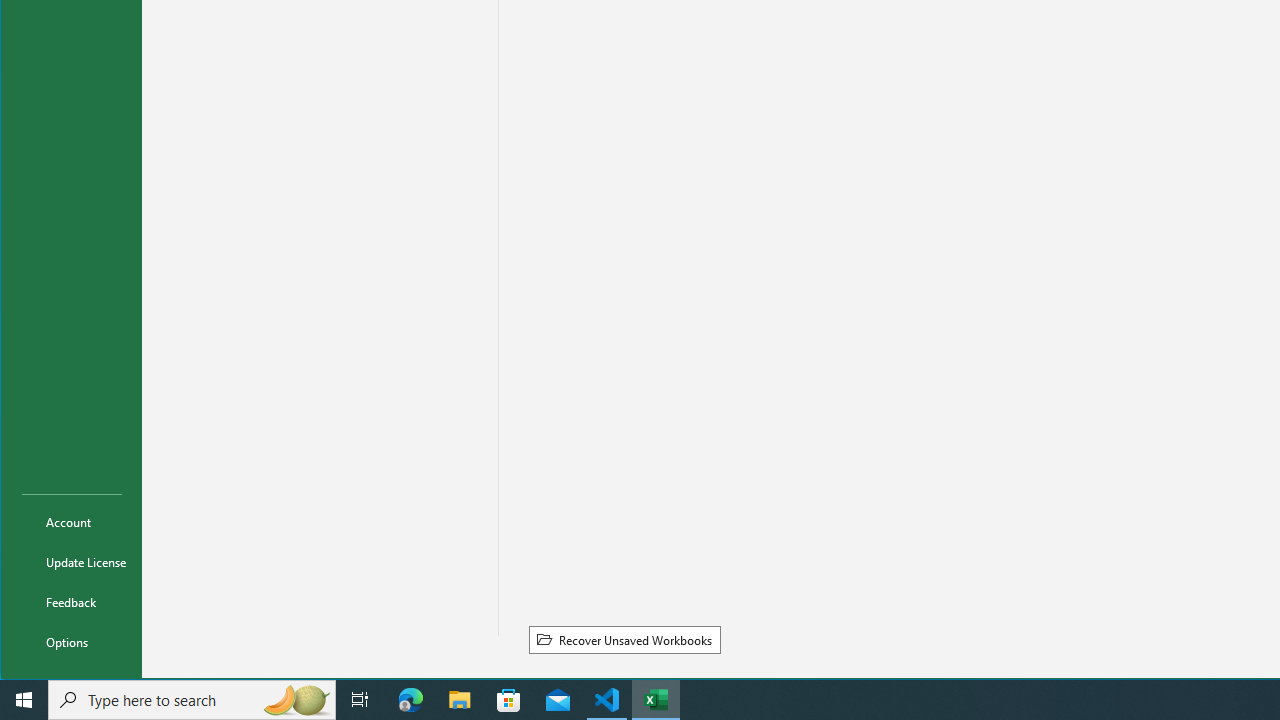 This screenshot has height=720, width=1280. Describe the element at coordinates (656, 698) in the screenshot. I see `'Excel - 1 running window'` at that location.